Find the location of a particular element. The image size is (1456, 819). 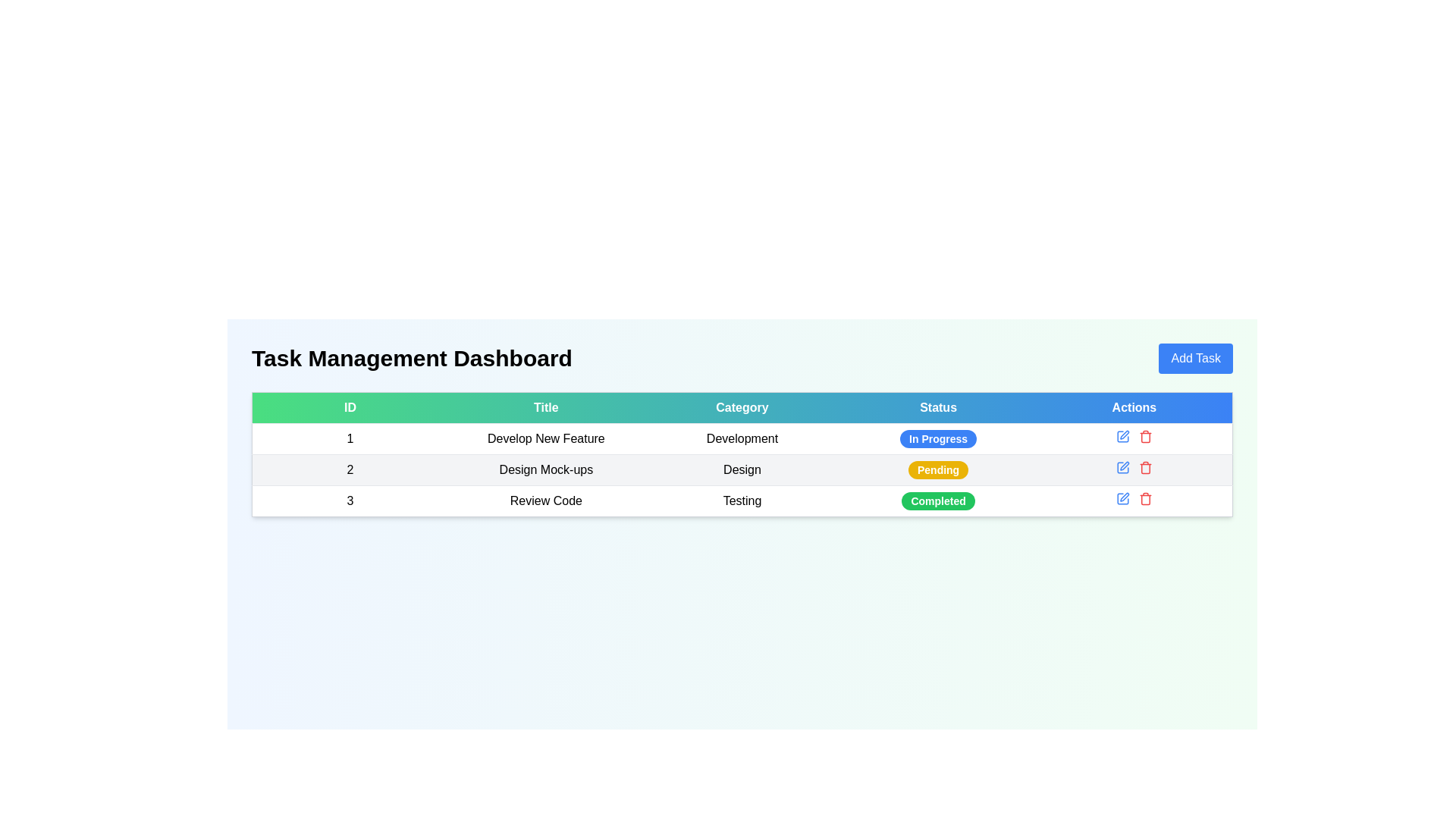

the delete button in the third row of the table under the 'Actions' column to observe the color change is located at coordinates (1145, 467).